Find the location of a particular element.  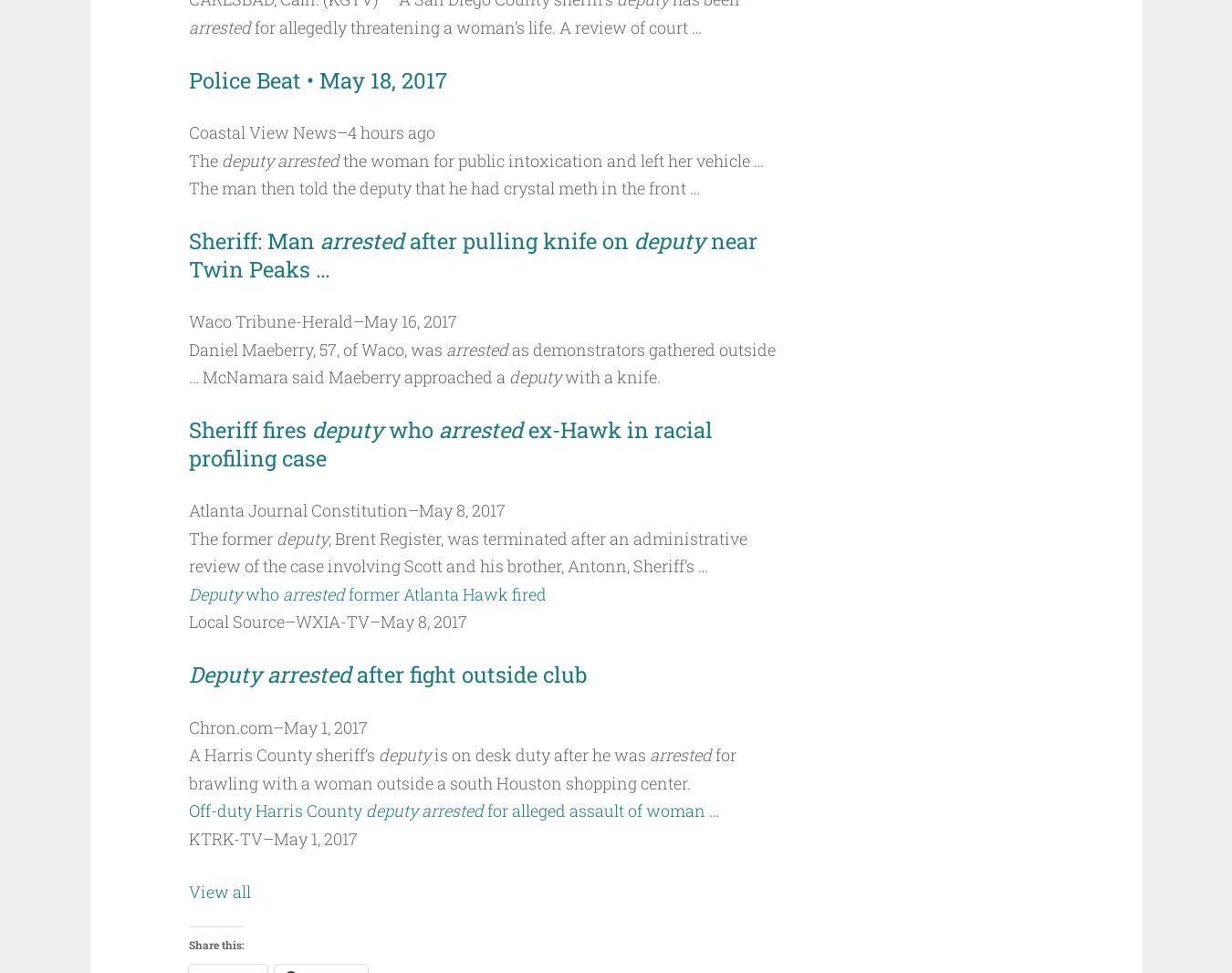

'after fight outside club' is located at coordinates (469, 673).